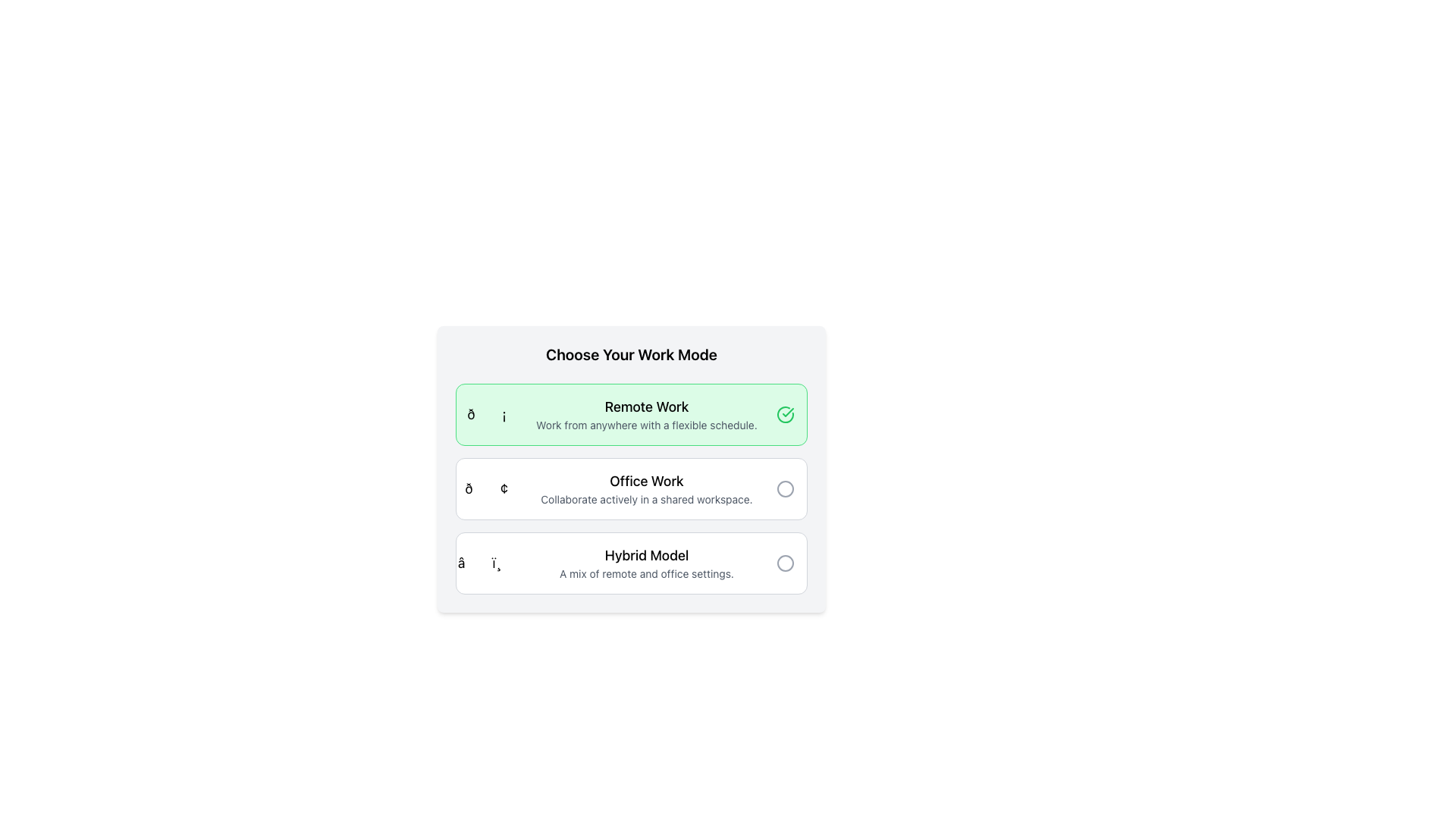 This screenshot has height=819, width=1456. What do you see at coordinates (647, 563) in the screenshot?
I see `text element displaying information about the 'Hybrid Model' option, which is located below the 'Office Work' option in the vertical list of work modes` at bounding box center [647, 563].